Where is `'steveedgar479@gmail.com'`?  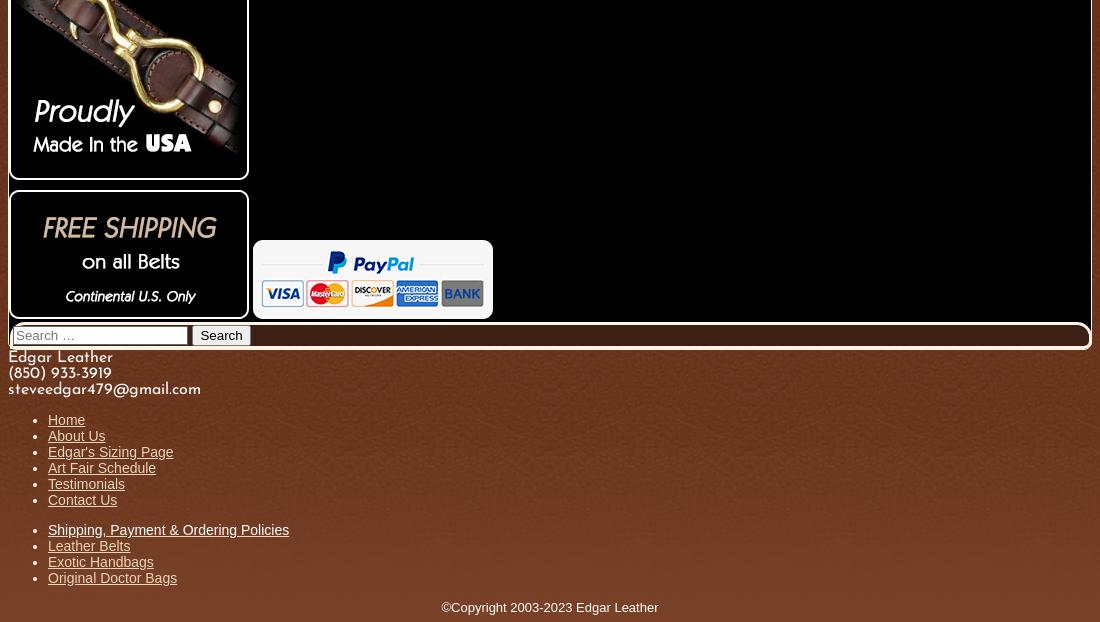 'steveedgar479@gmail.com' is located at coordinates (7, 389).